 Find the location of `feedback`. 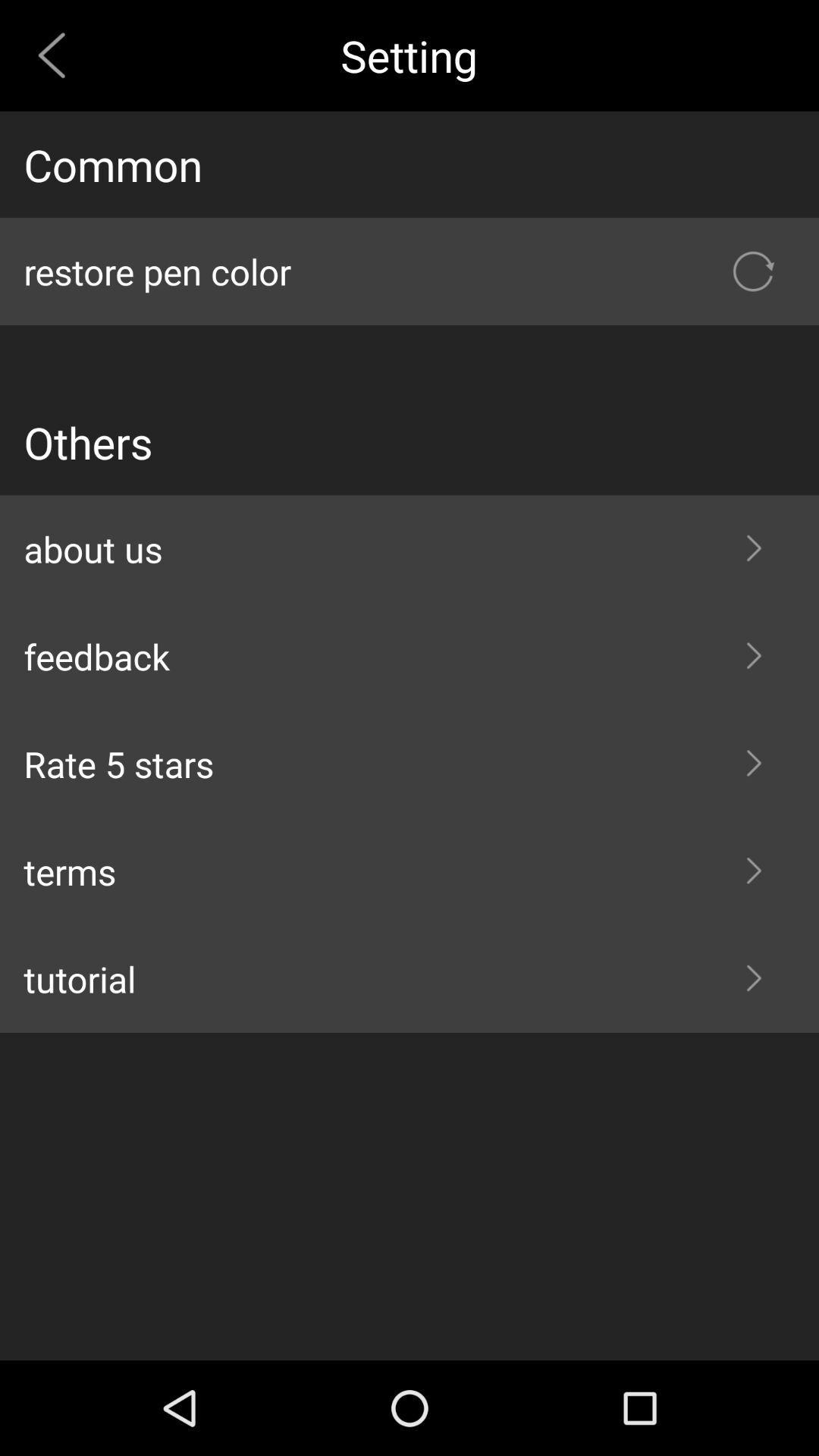

feedback is located at coordinates (409, 656).